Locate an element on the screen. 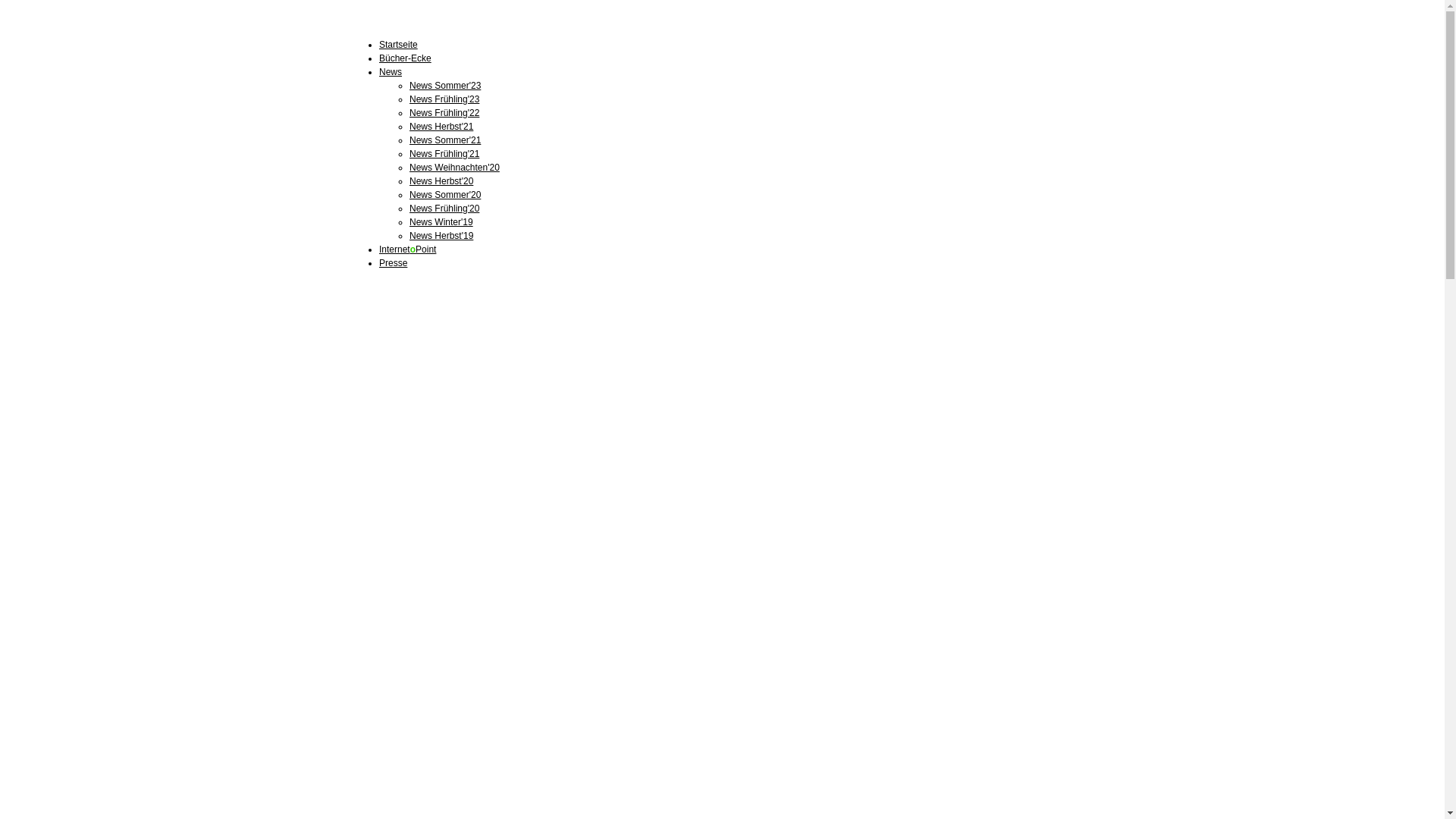 Image resolution: width=1456 pixels, height=819 pixels. 'News Weihnachten'20' is located at coordinates (453, 167).